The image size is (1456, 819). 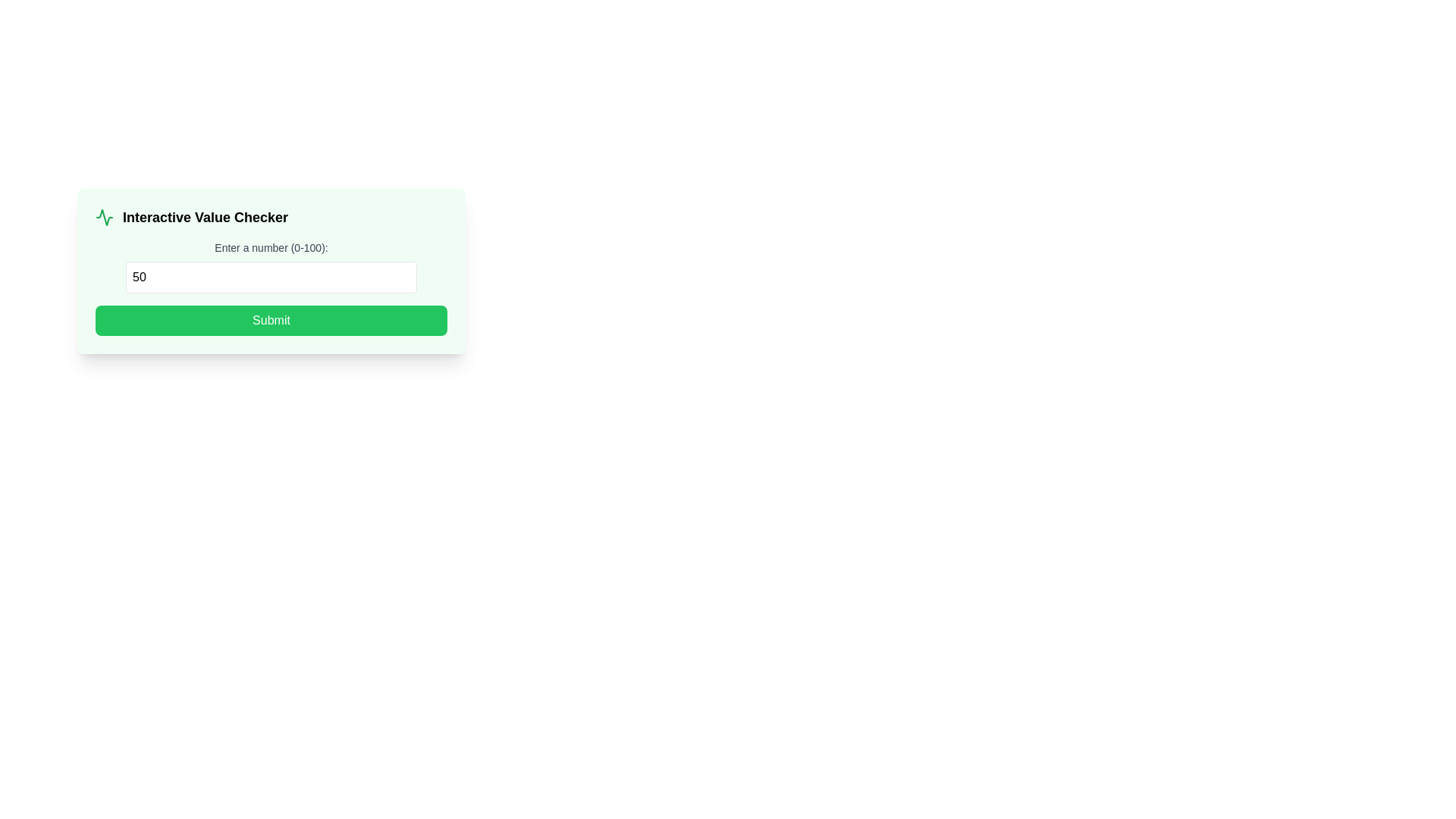 I want to click on the graphic icon located at the top-left corner of the card, which is positioned to the left of the text 'Interactive Value Checker', so click(x=104, y=217).